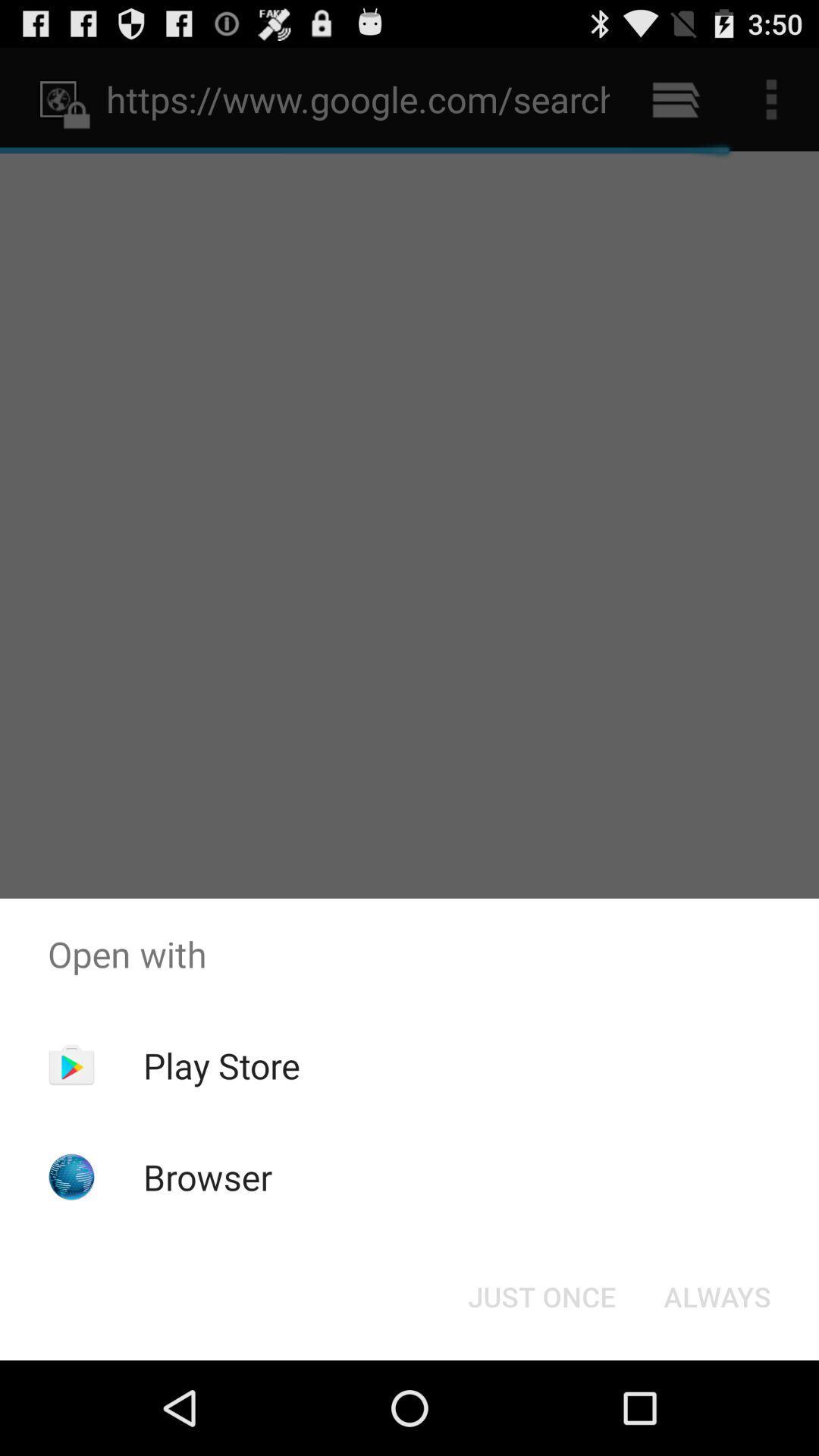  What do you see at coordinates (717, 1295) in the screenshot?
I see `the icon to the right of just once` at bounding box center [717, 1295].